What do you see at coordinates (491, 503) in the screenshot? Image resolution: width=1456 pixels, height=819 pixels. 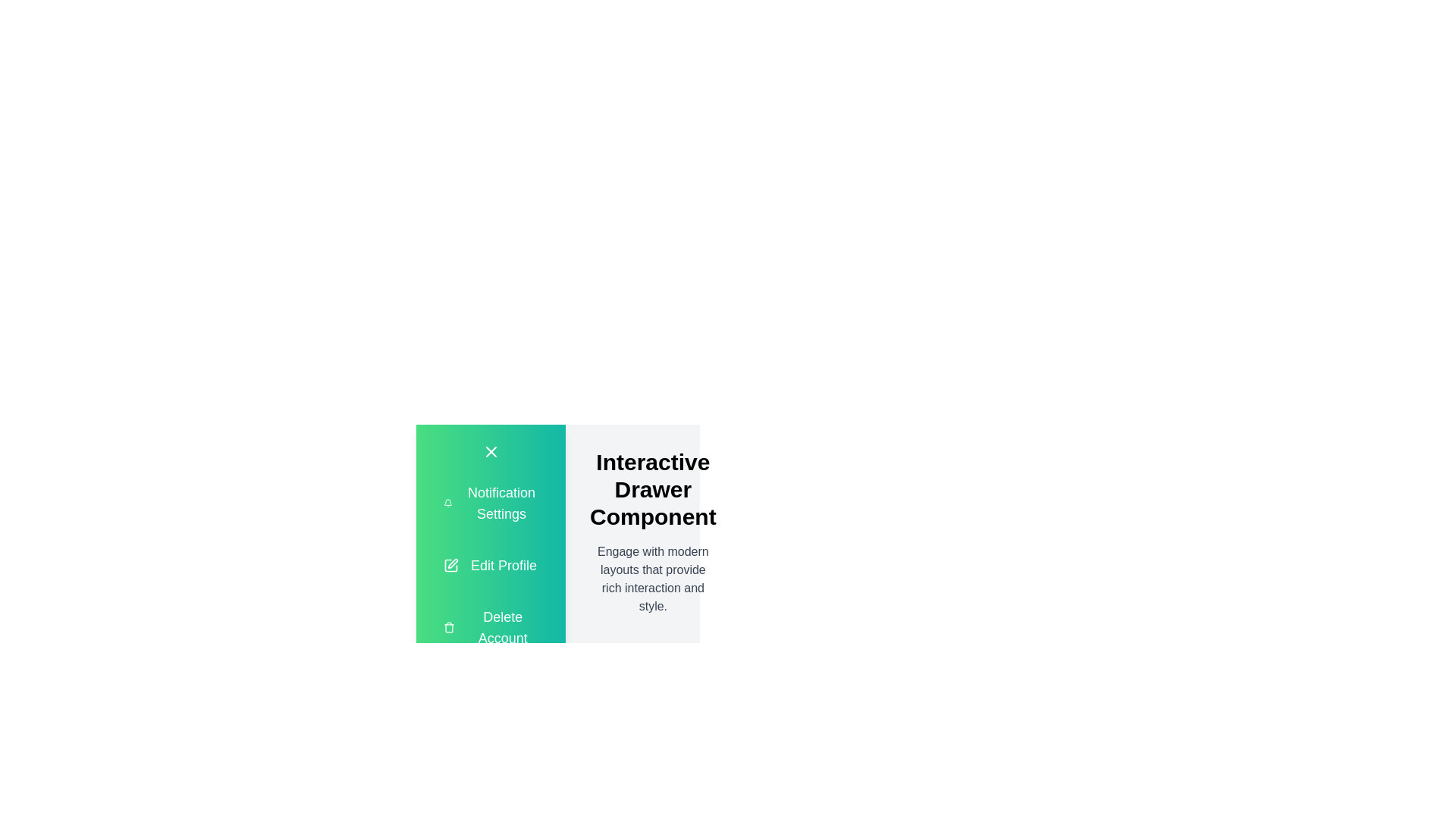 I see `the 'Notification Settings' option in the drawer` at bounding box center [491, 503].